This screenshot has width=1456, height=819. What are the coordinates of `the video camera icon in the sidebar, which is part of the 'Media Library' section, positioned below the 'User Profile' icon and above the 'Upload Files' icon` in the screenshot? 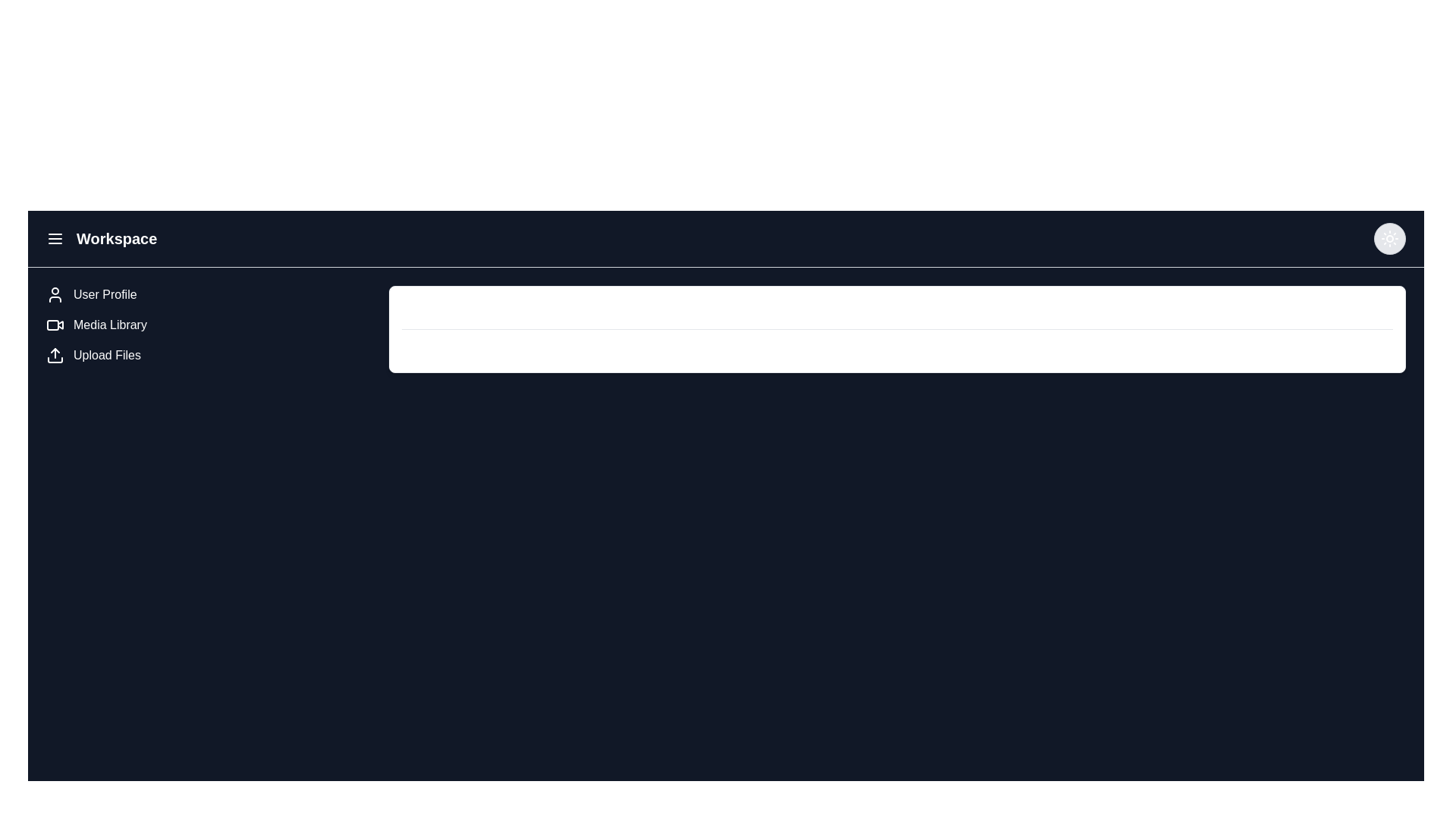 It's located at (55, 324).